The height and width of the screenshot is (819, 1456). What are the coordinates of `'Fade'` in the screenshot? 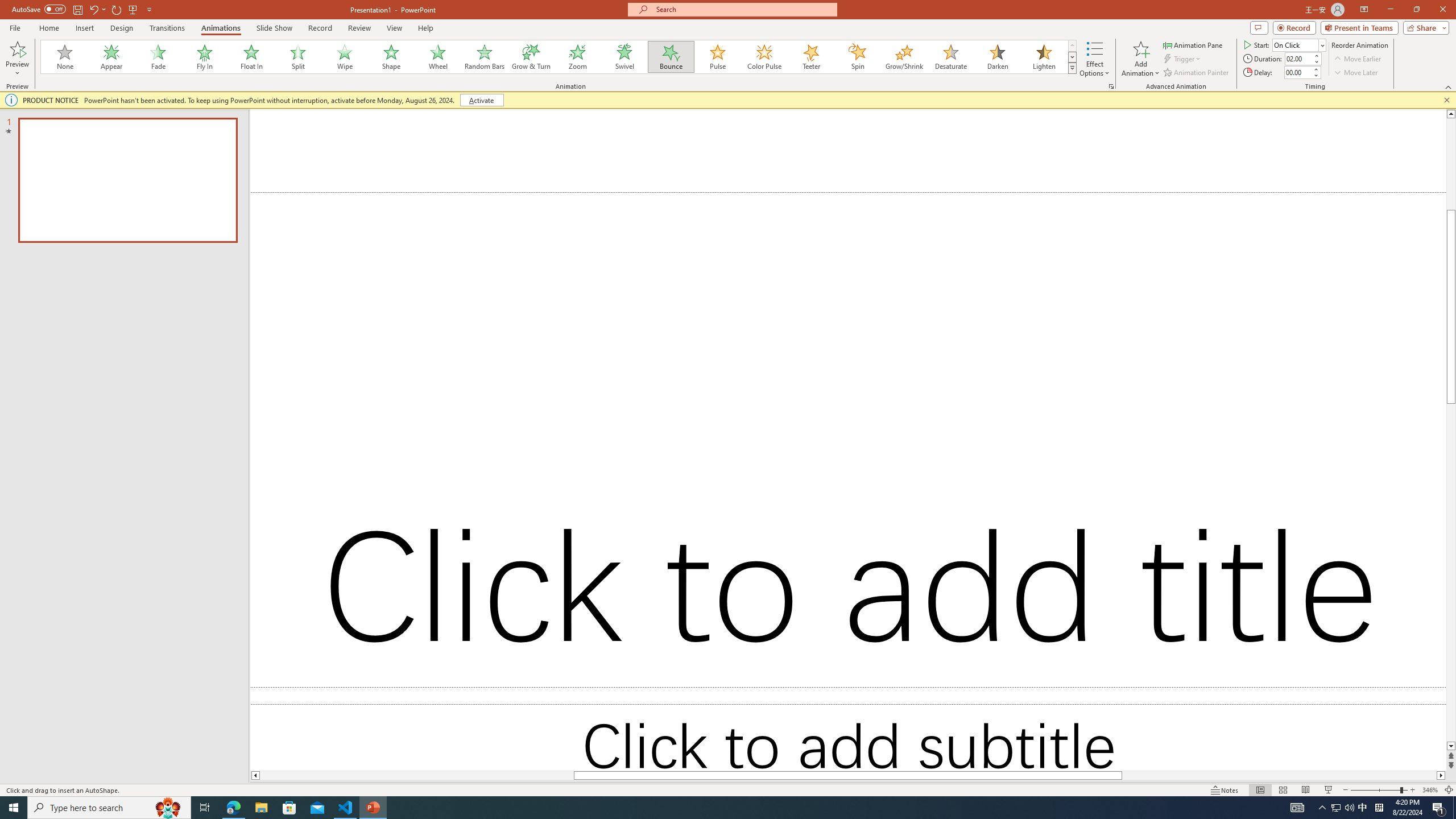 It's located at (158, 56).